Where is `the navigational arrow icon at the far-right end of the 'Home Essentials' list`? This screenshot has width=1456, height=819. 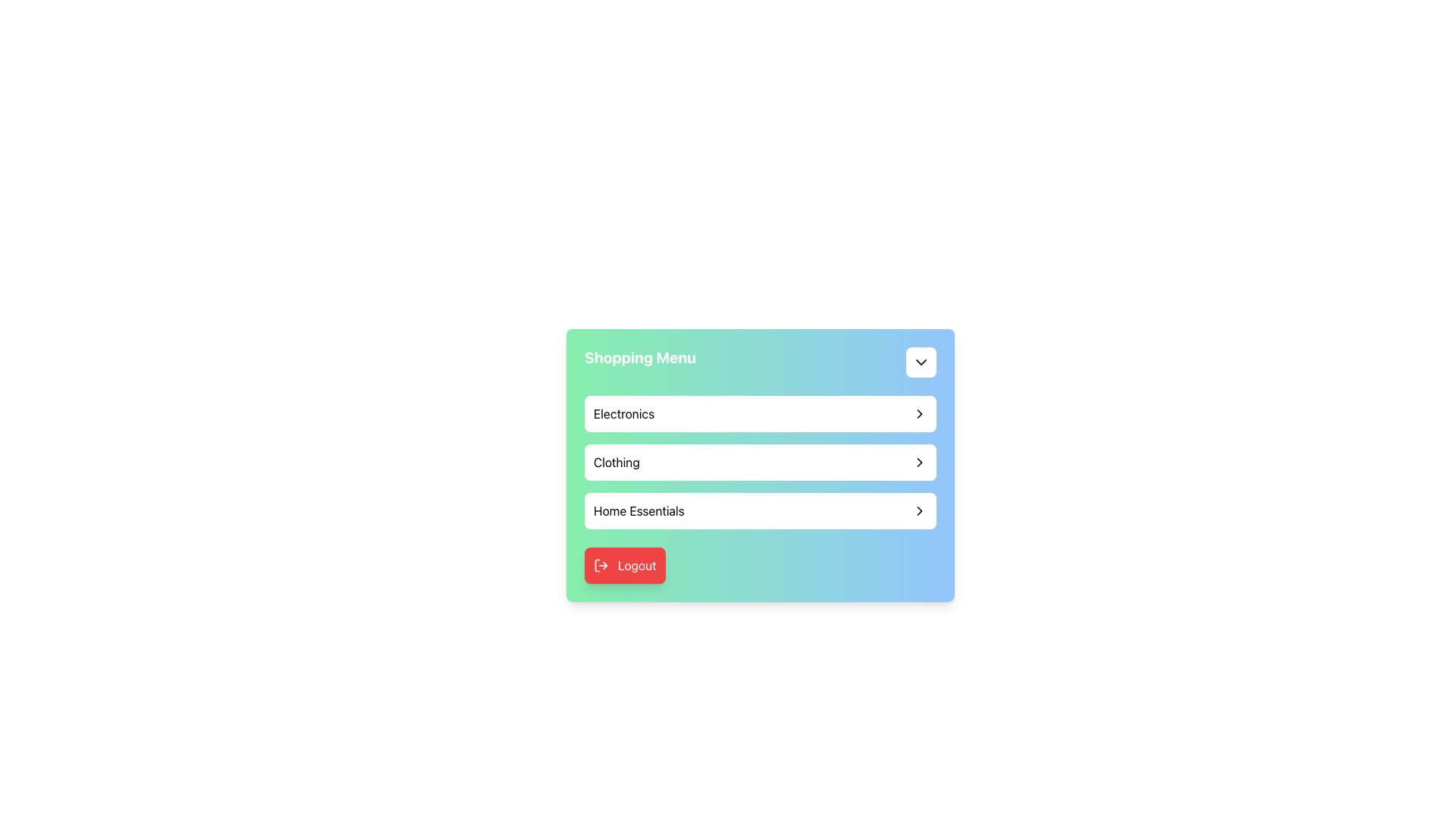 the navigational arrow icon at the far-right end of the 'Home Essentials' list is located at coordinates (919, 511).